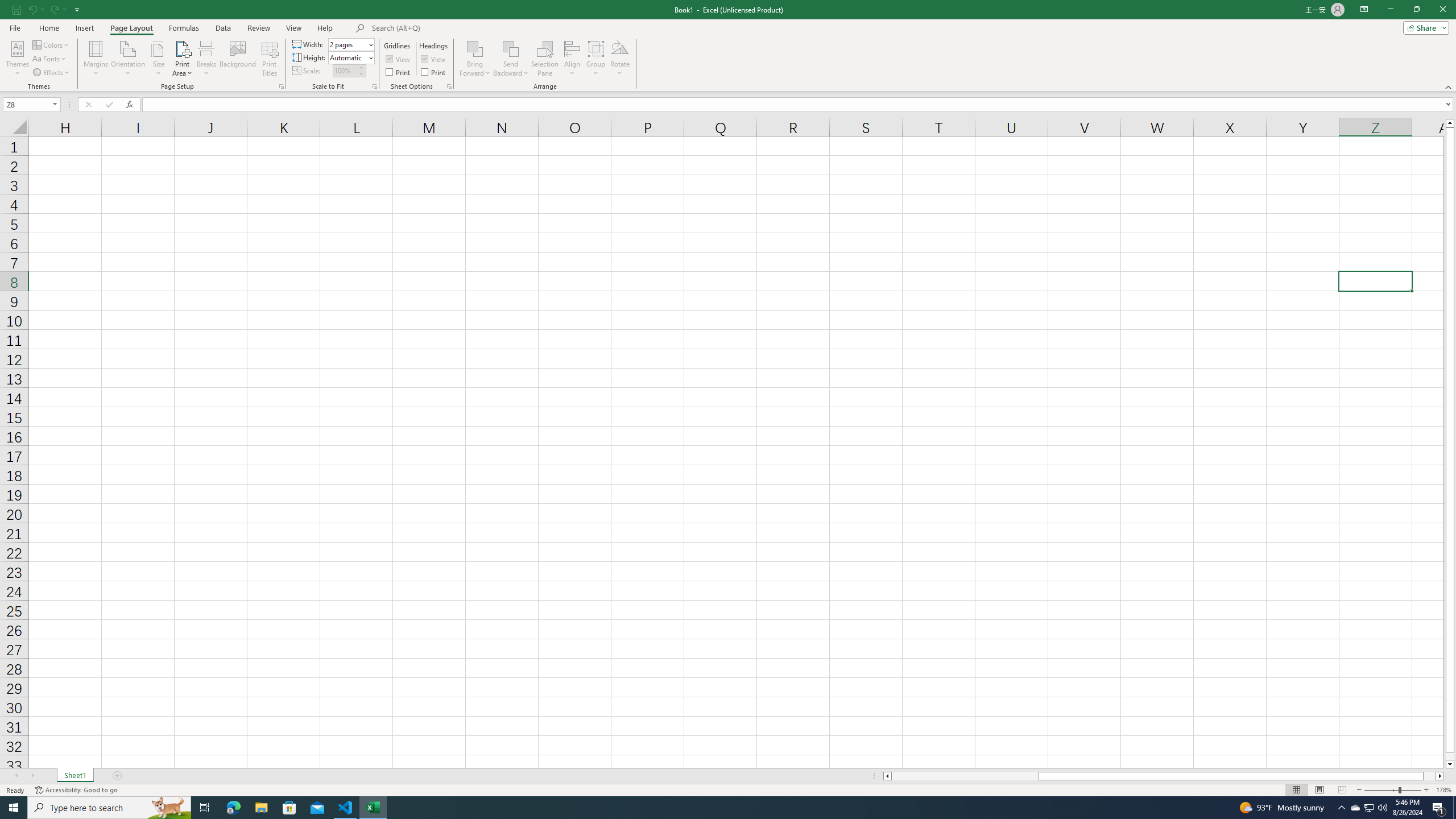 Image resolution: width=1456 pixels, height=819 pixels. I want to click on 'Scale', so click(345, 70).